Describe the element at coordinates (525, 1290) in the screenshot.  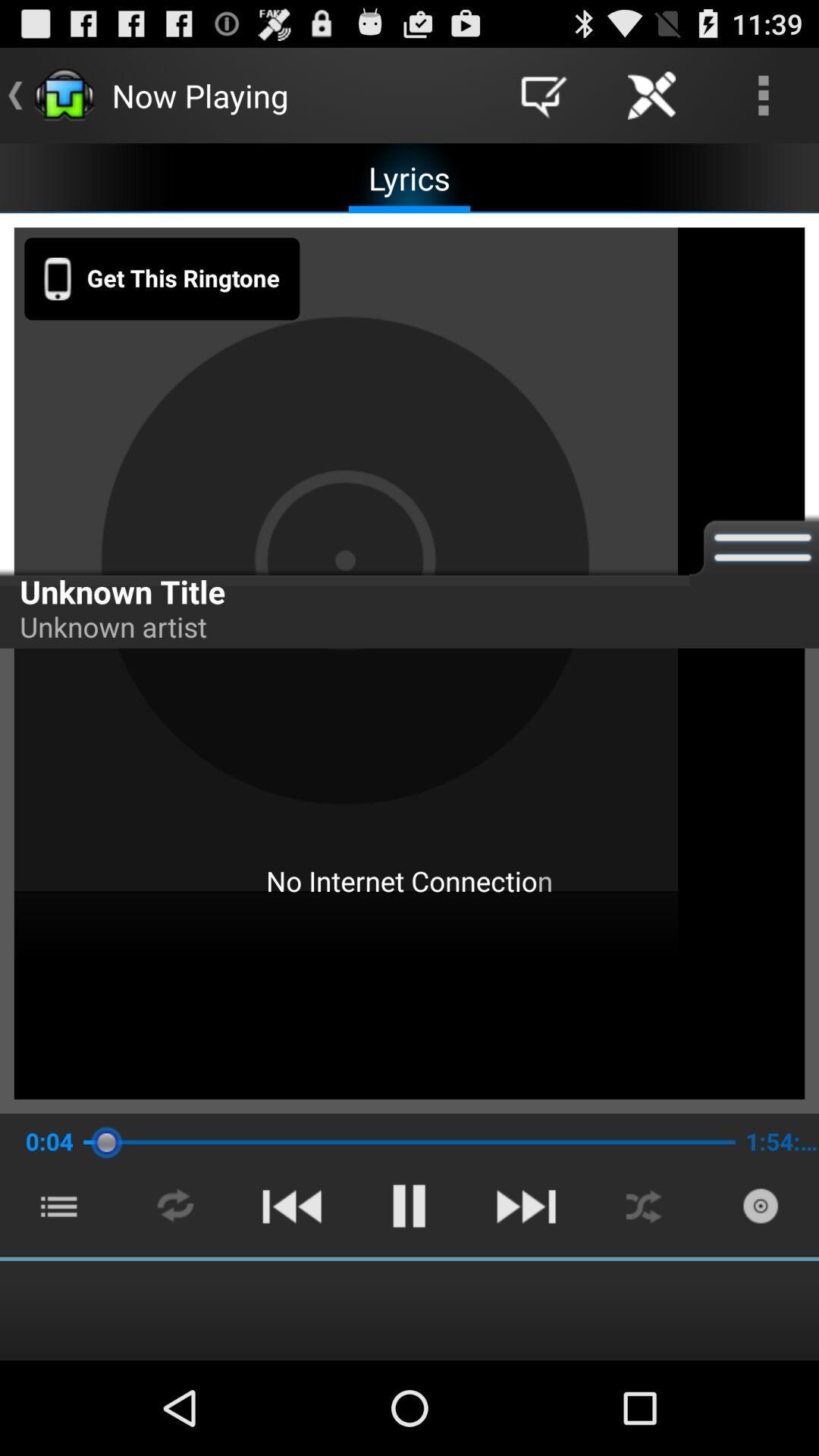
I see `the skip_next icon` at that location.